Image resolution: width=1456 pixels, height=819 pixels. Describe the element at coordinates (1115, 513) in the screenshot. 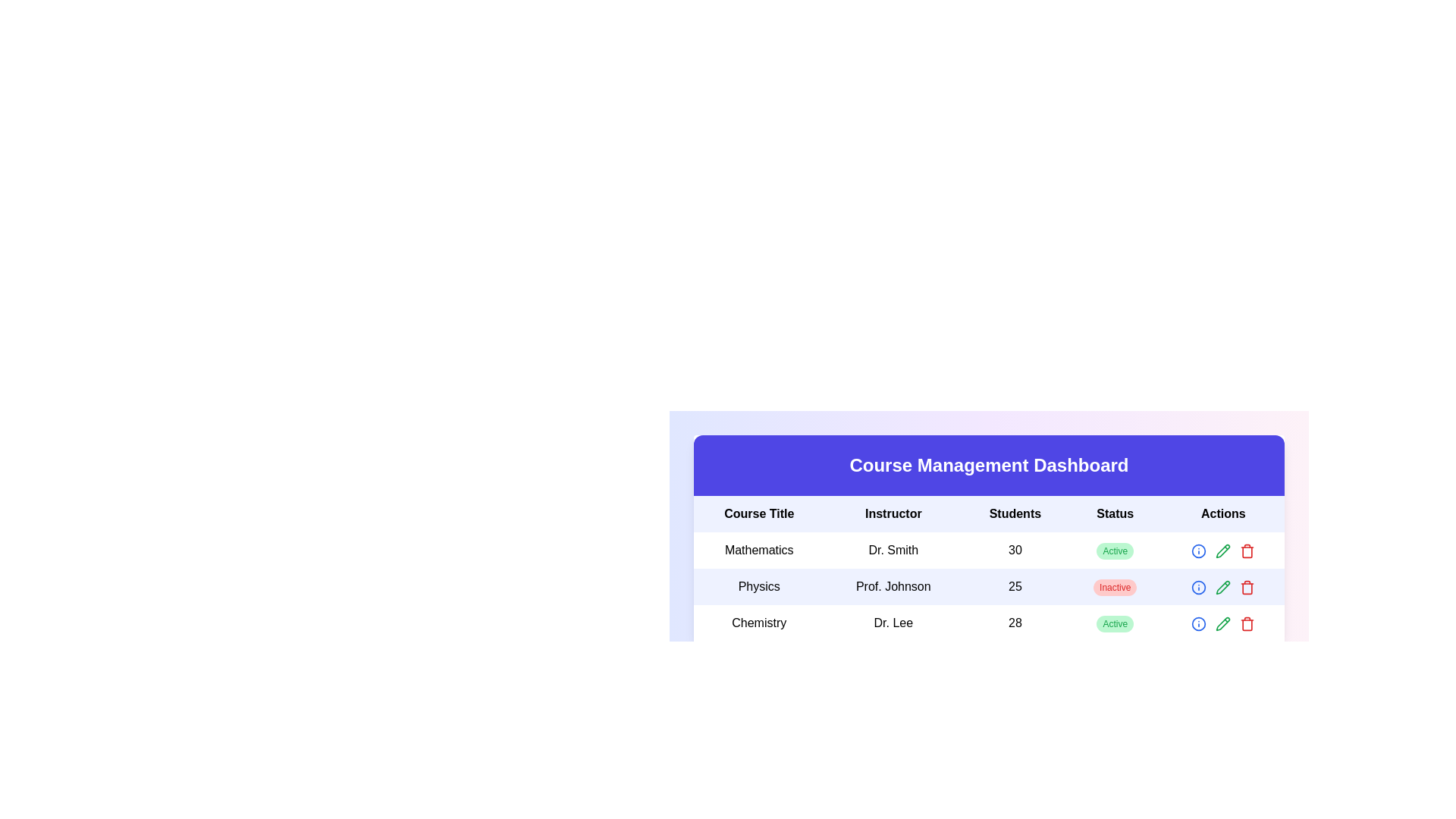

I see `the 'Status' header in the data table, which is the fourth column header, indicating the current status of listed items` at that location.